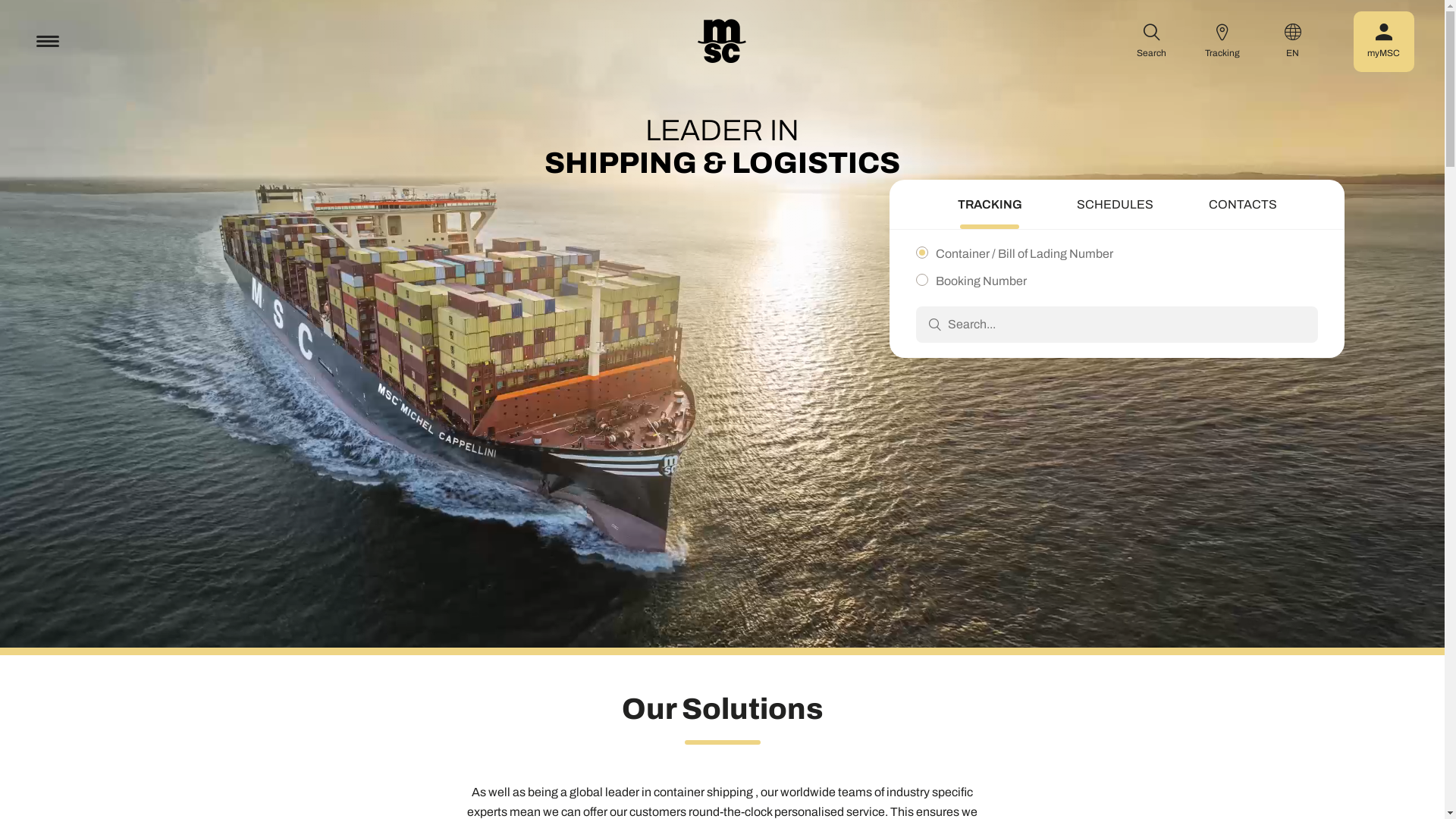 Image resolution: width=1456 pixels, height=819 pixels. Describe the element at coordinates (1242, 206) in the screenshot. I see `'CONTACTS'` at that location.